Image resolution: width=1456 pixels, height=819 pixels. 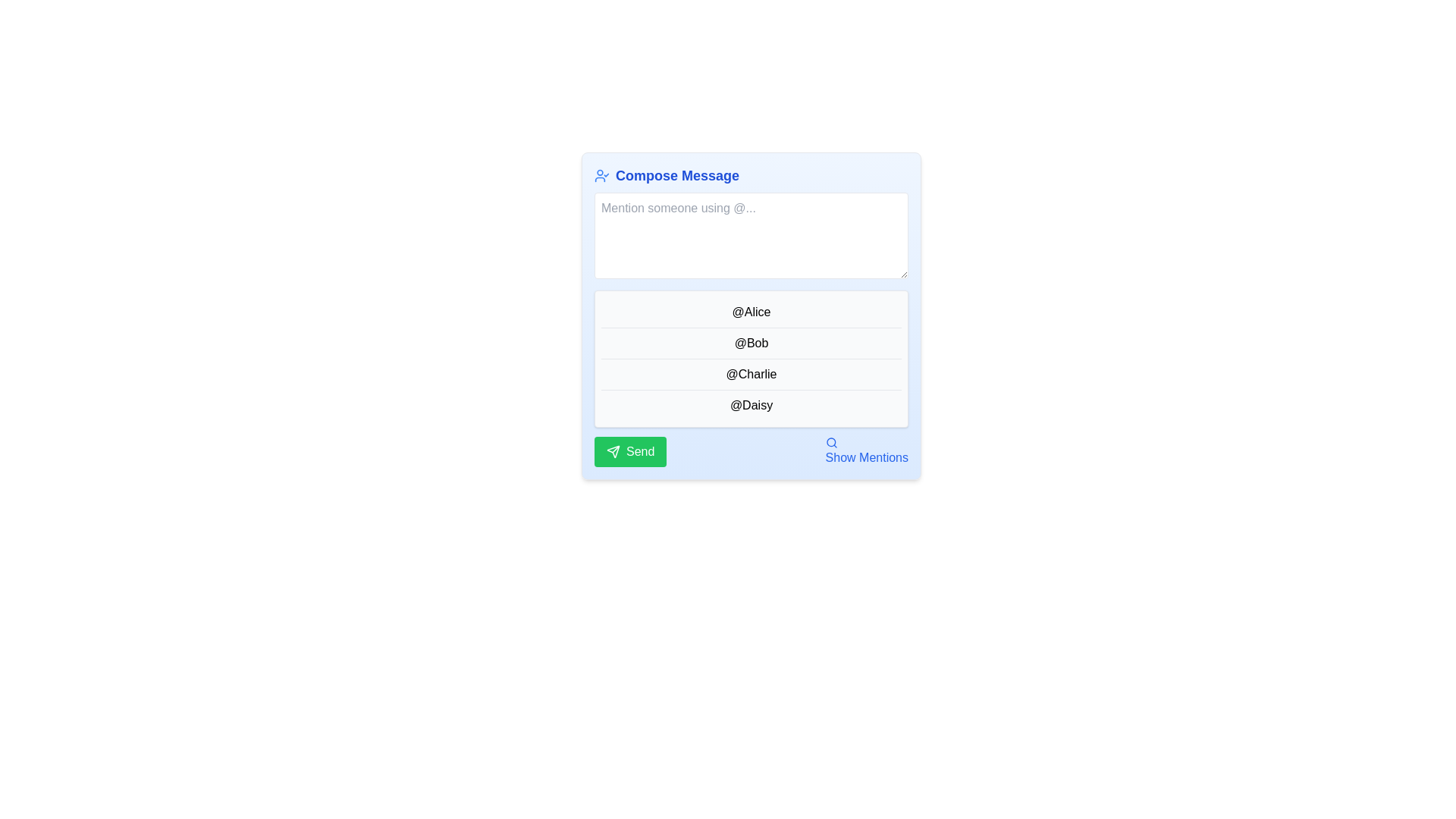 What do you see at coordinates (830, 442) in the screenshot?
I see `the Circle SVG element of the magnifying glass icon` at bounding box center [830, 442].